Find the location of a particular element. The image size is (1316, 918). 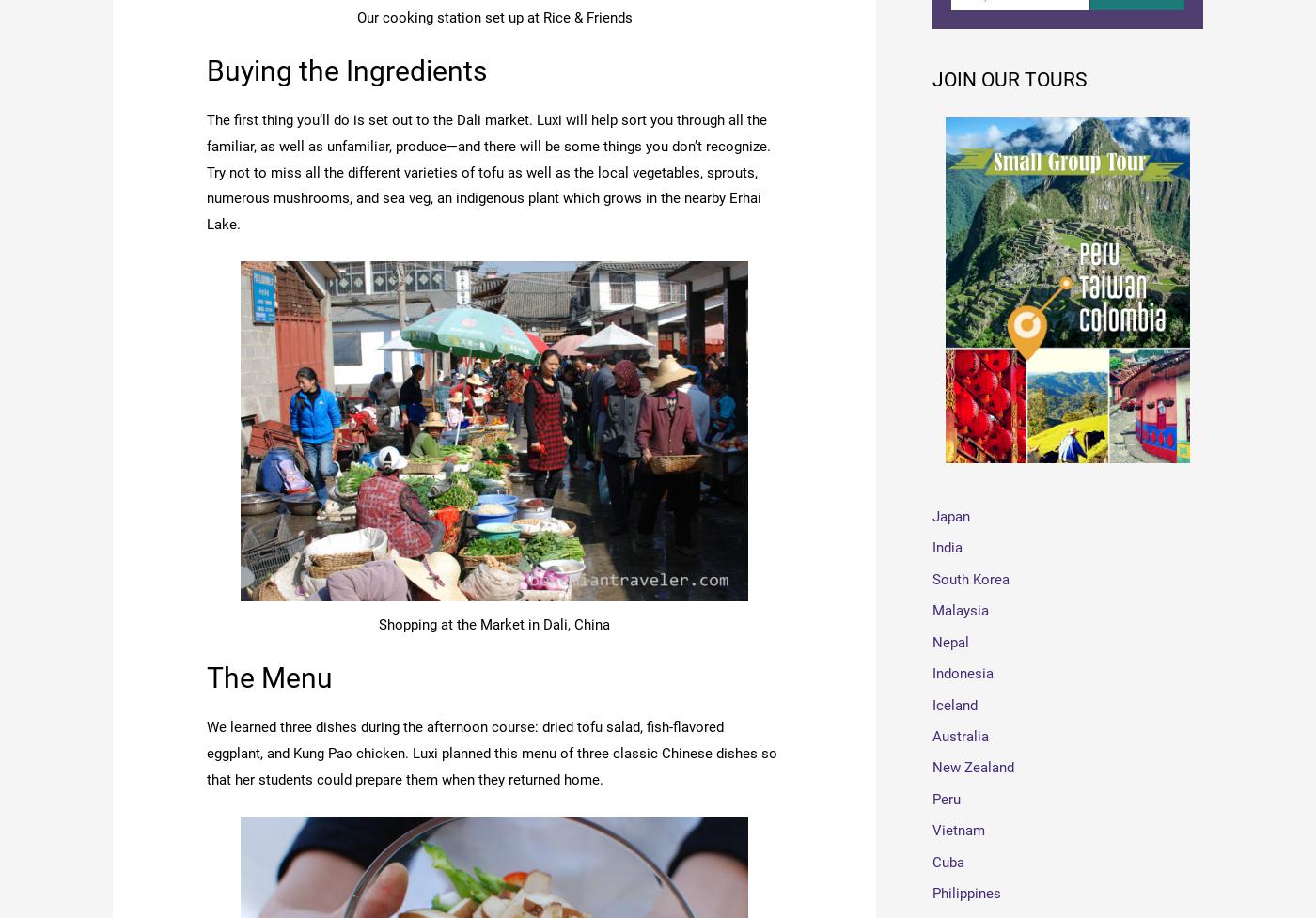

'JOIN OUR TOURS' is located at coordinates (1009, 81).